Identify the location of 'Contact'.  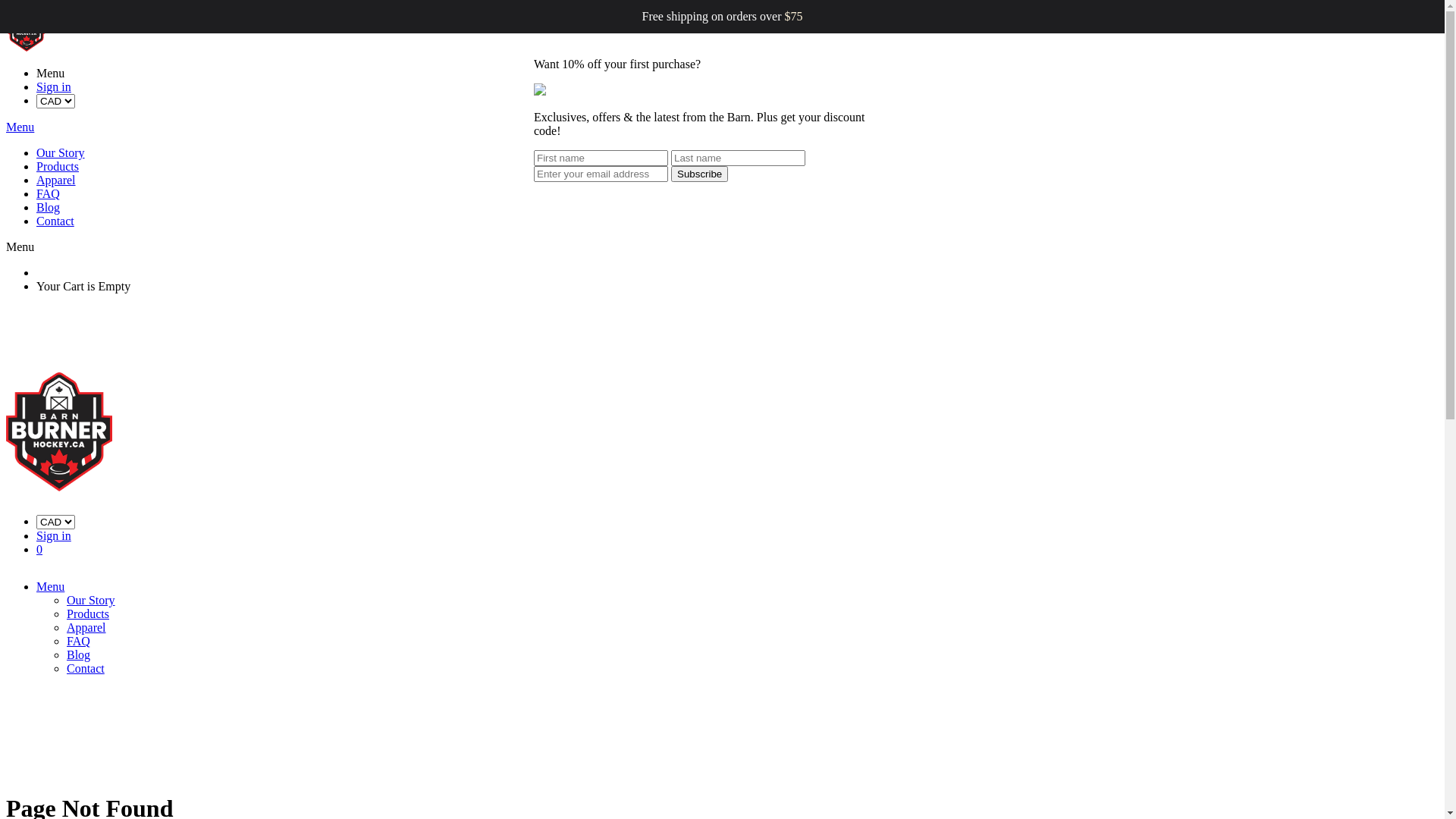
(55, 221).